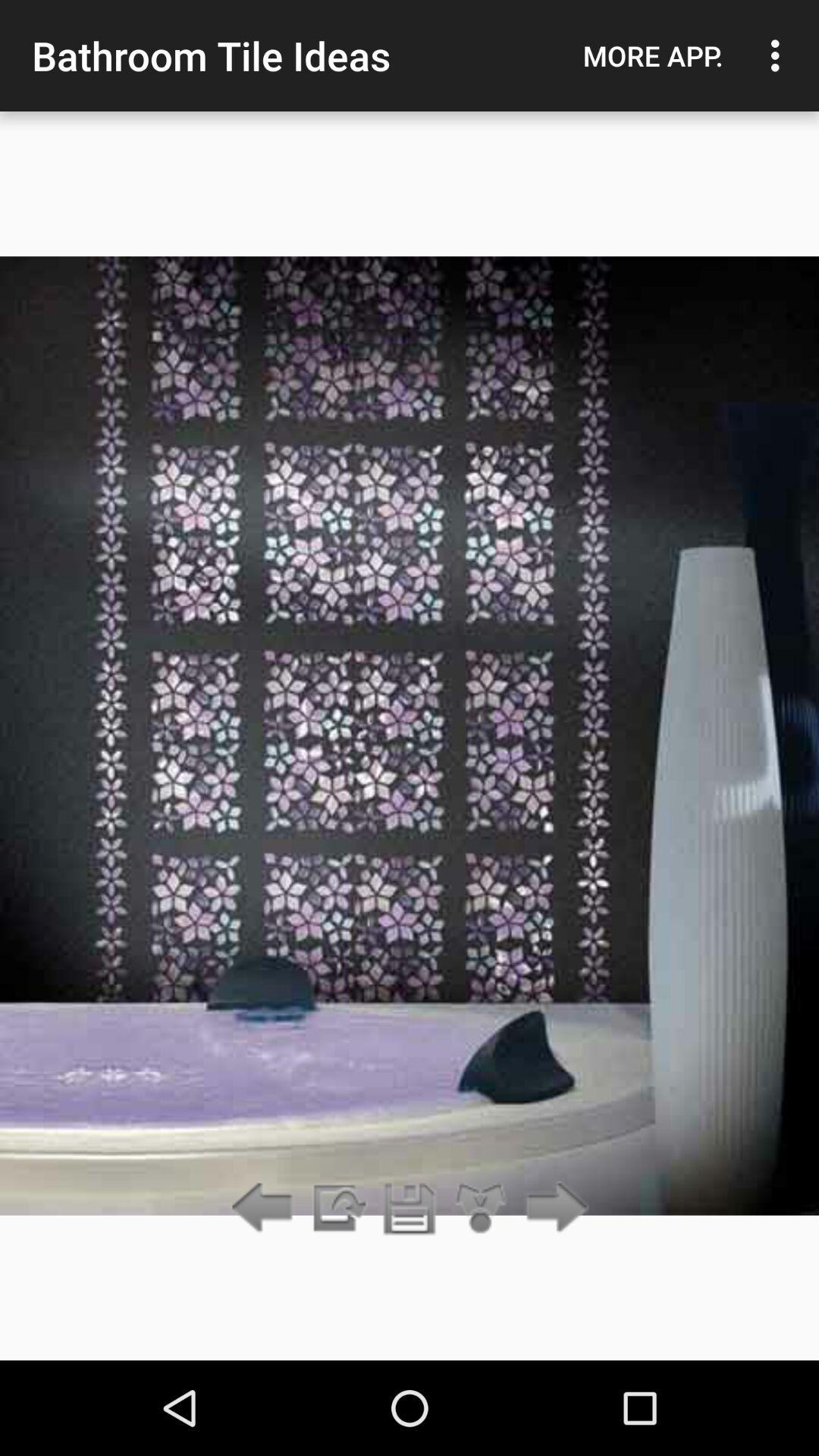 The height and width of the screenshot is (1456, 819). I want to click on share, so click(481, 1208).